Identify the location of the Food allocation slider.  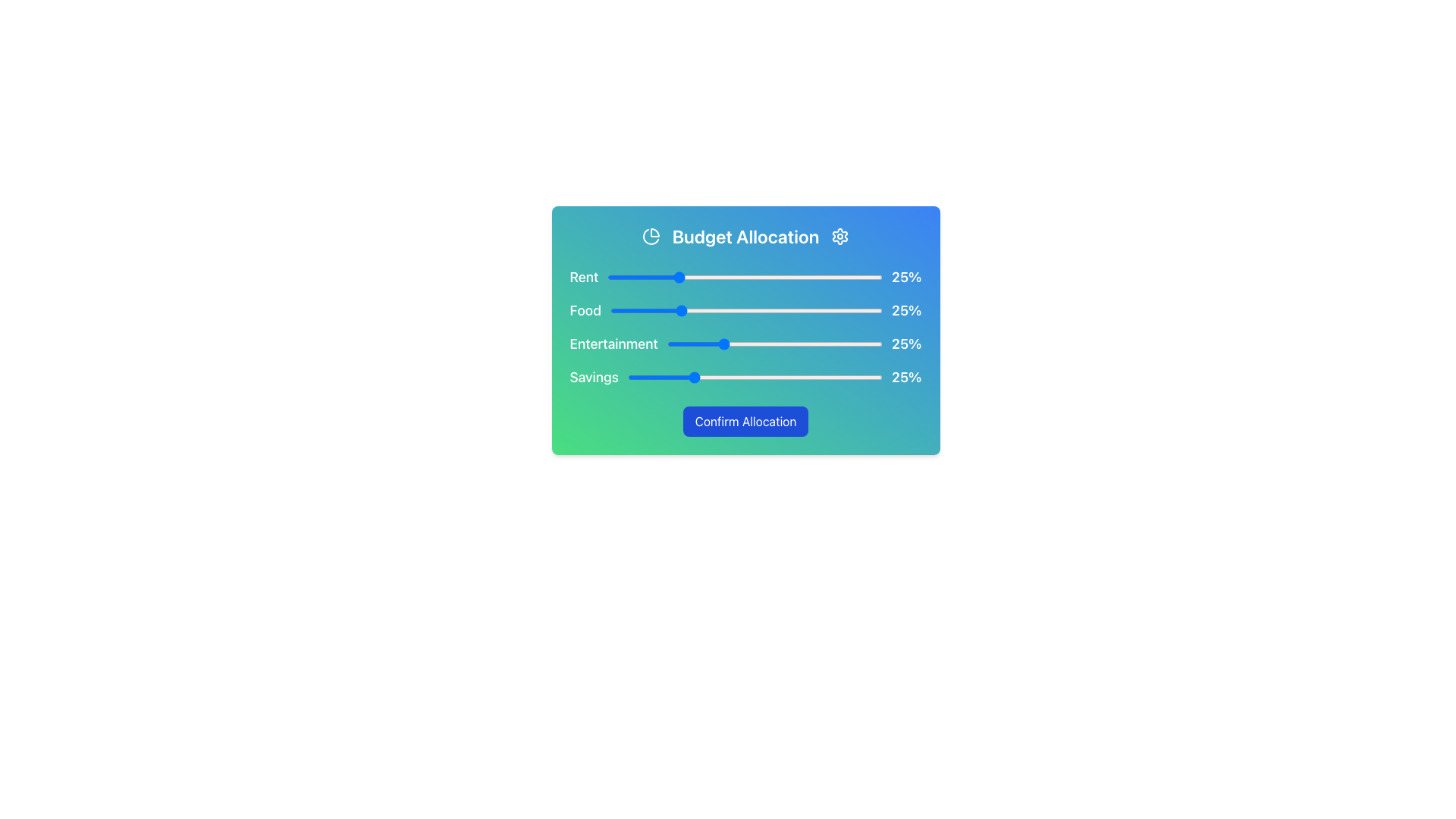
(768, 309).